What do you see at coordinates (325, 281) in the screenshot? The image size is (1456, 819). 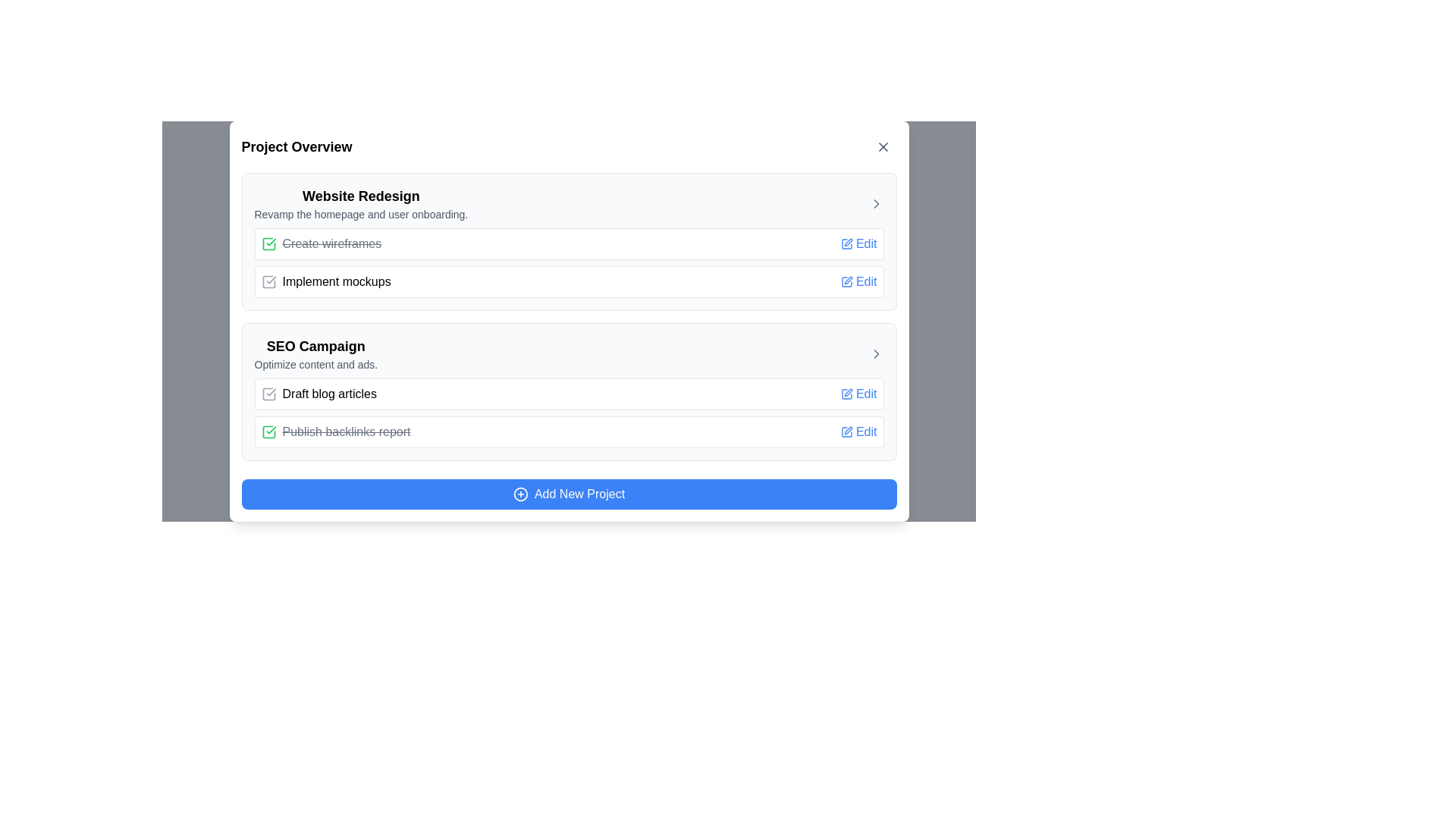 I see `the checked checkbox icon next to the task 'Implement mockups'` at bounding box center [325, 281].